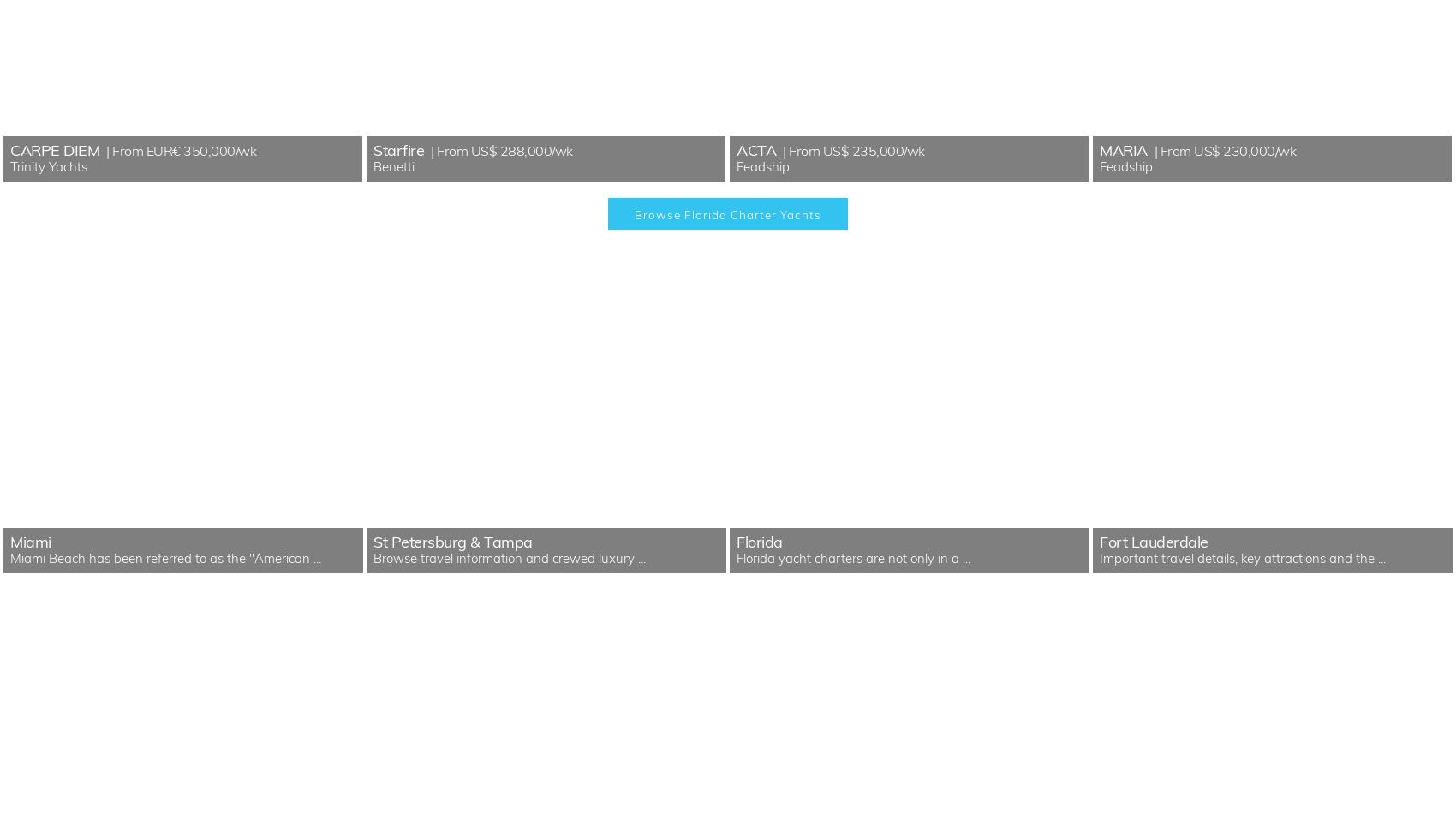 The width and height of the screenshot is (1456, 820). I want to click on '| From US$ 235,000/wk', so click(850, 150).